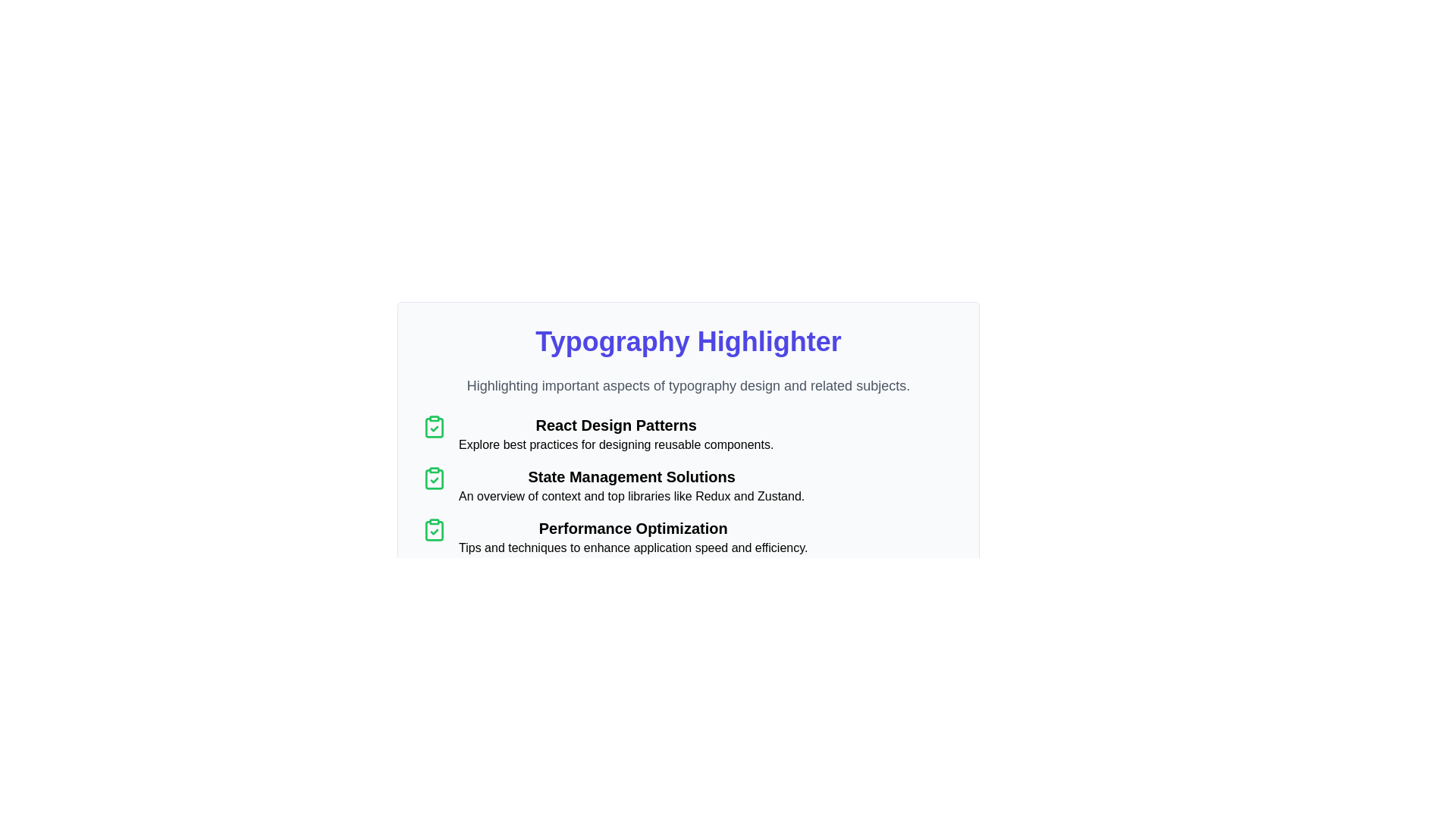  Describe the element at coordinates (632, 485) in the screenshot. I see `the Text block titled 'State Management Solutions', which is the second entry in a list of items containing a heading and a subheading` at that location.